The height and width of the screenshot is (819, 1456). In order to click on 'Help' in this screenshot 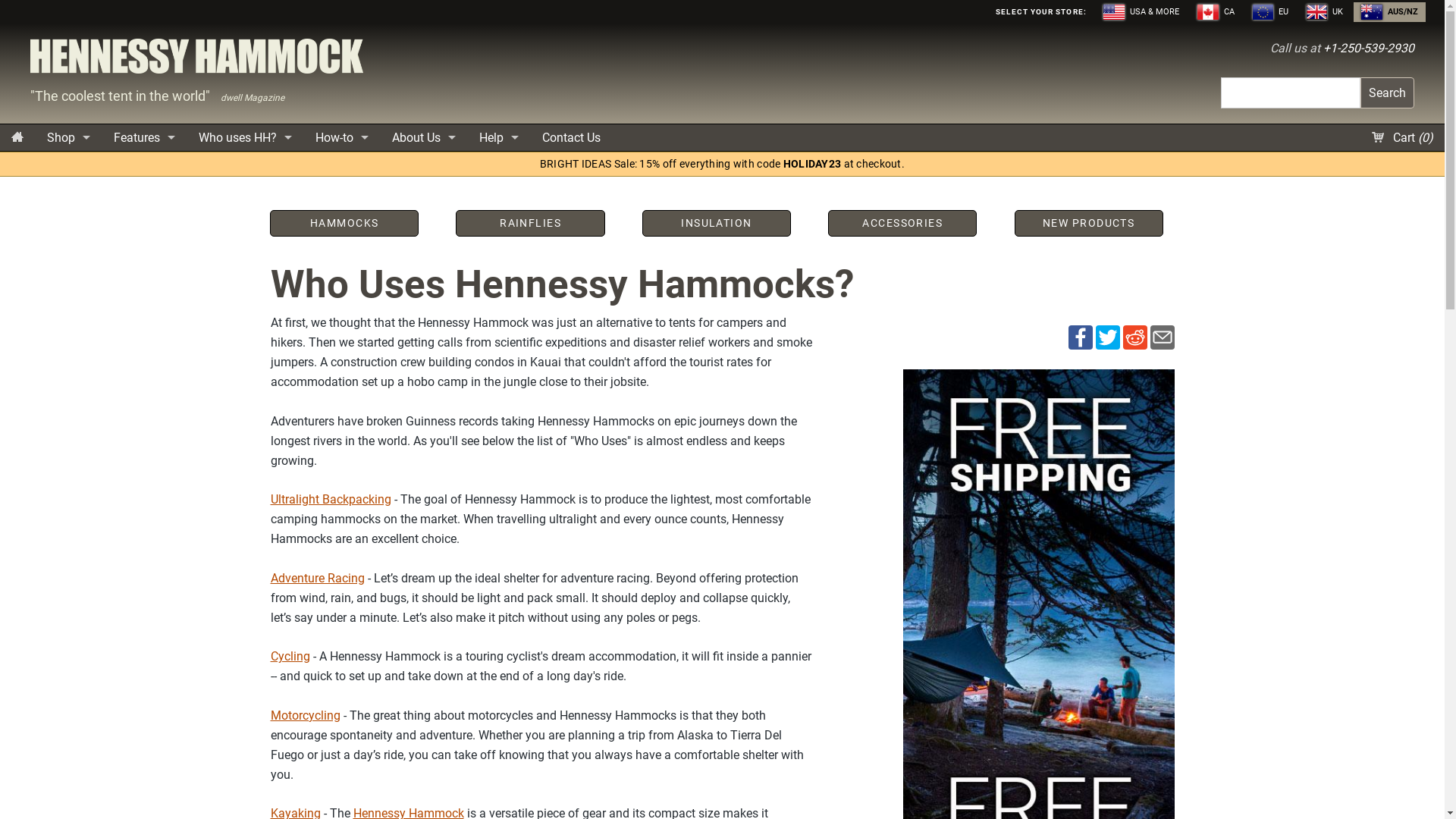, I will do `click(498, 137)`.